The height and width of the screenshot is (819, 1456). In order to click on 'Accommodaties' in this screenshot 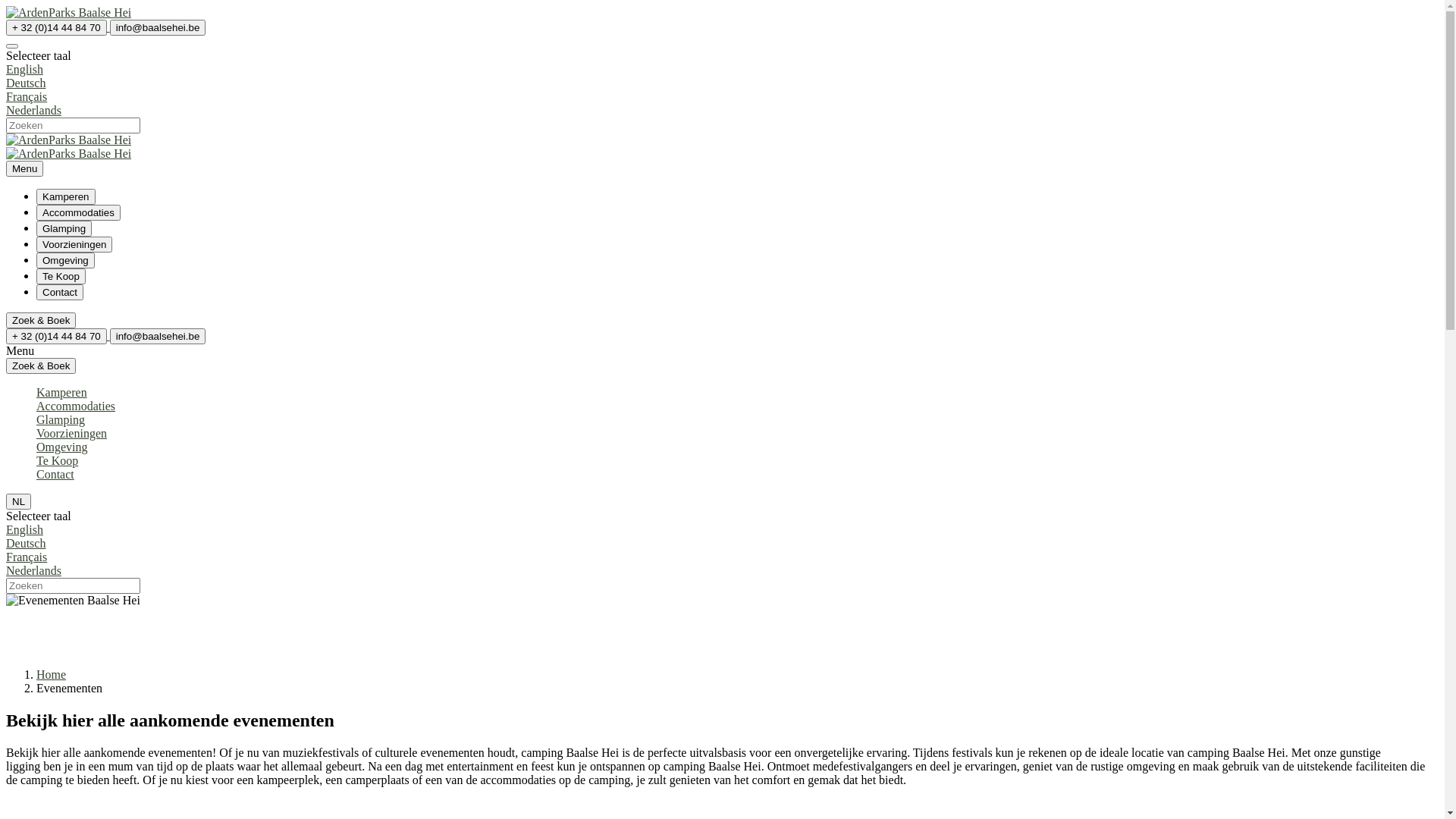, I will do `click(77, 212)`.